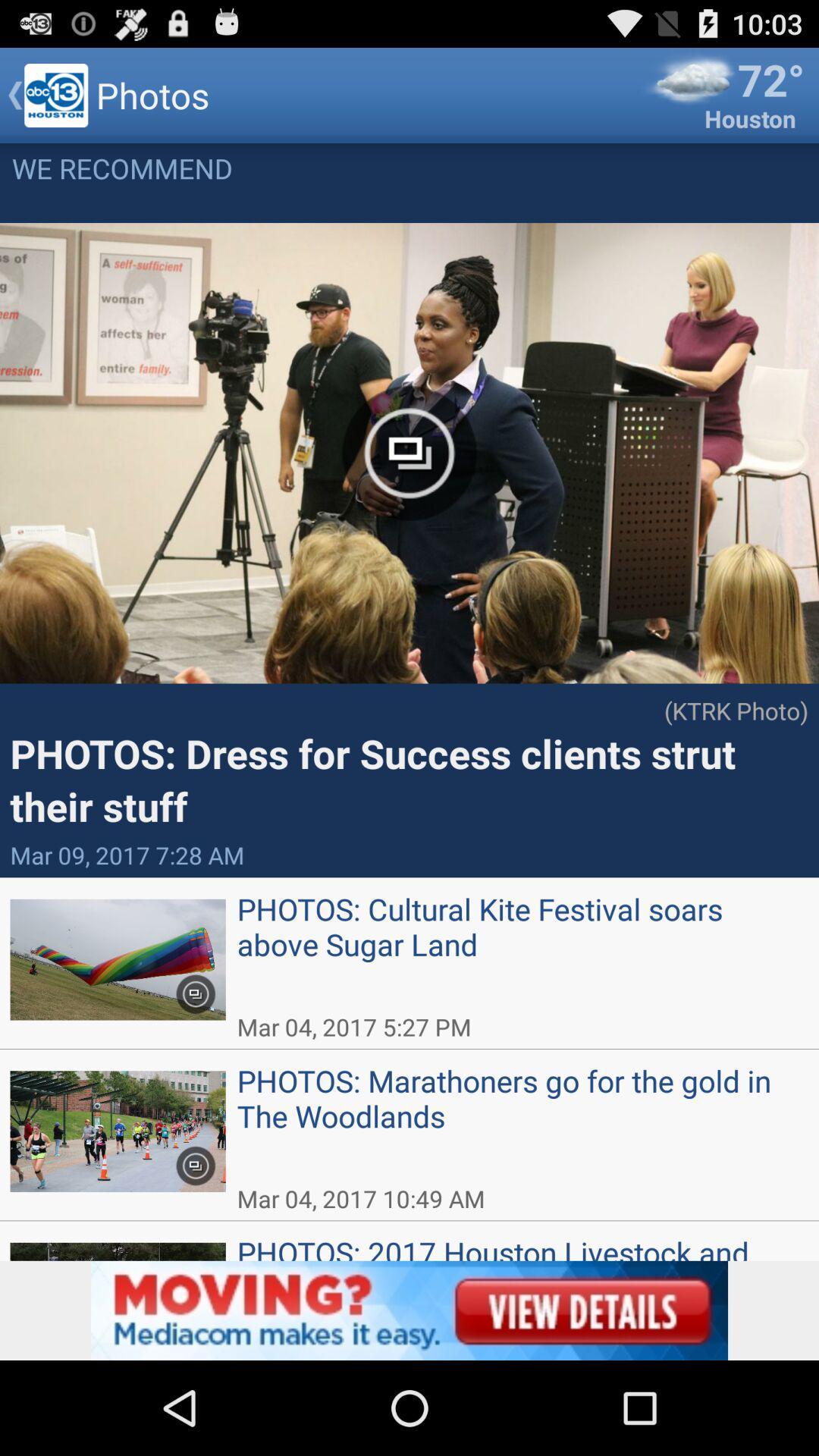  I want to click on the advertisement, so click(409, 1310).